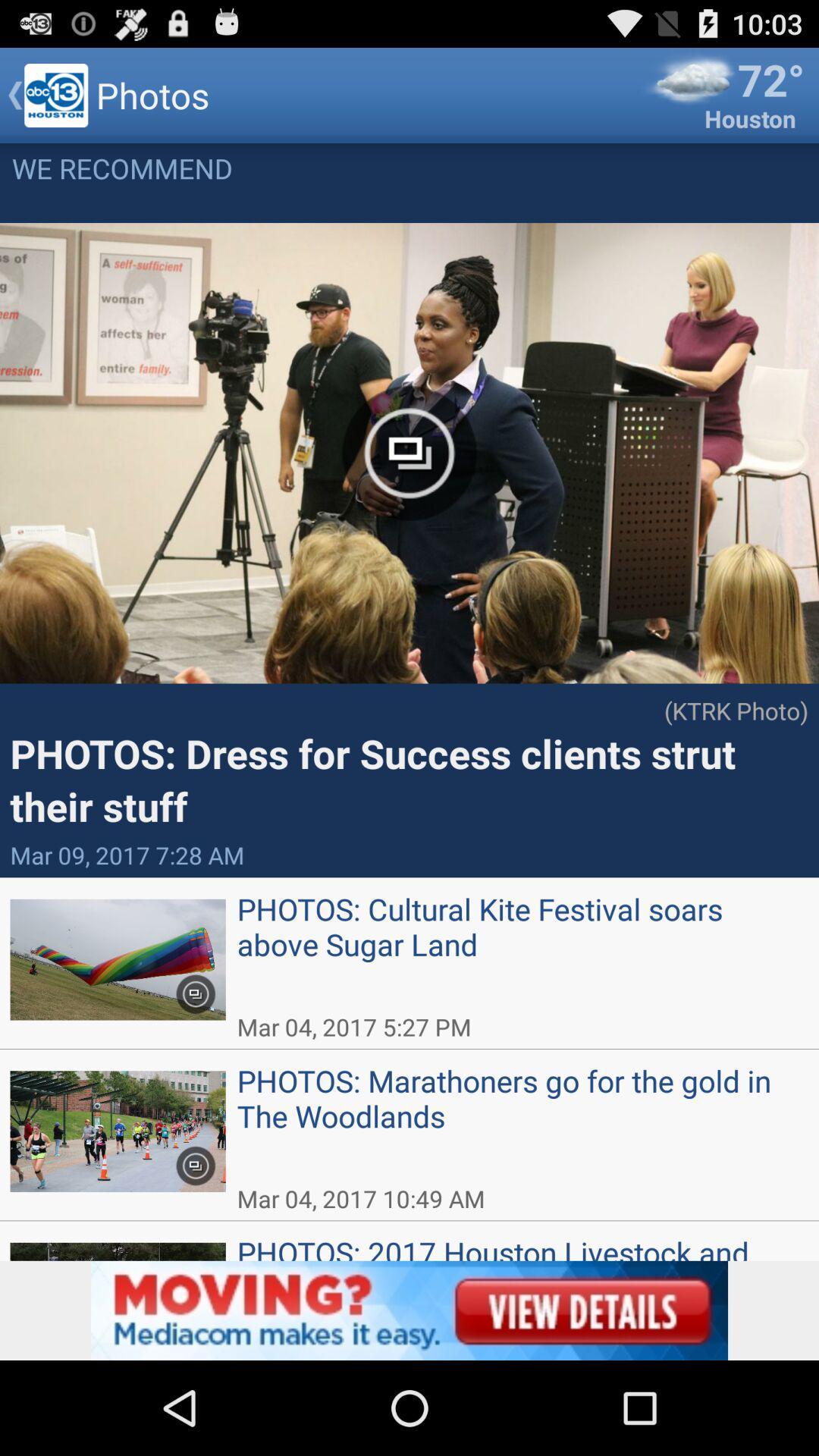  I want to click on the advertisement, so click(409, 1310).